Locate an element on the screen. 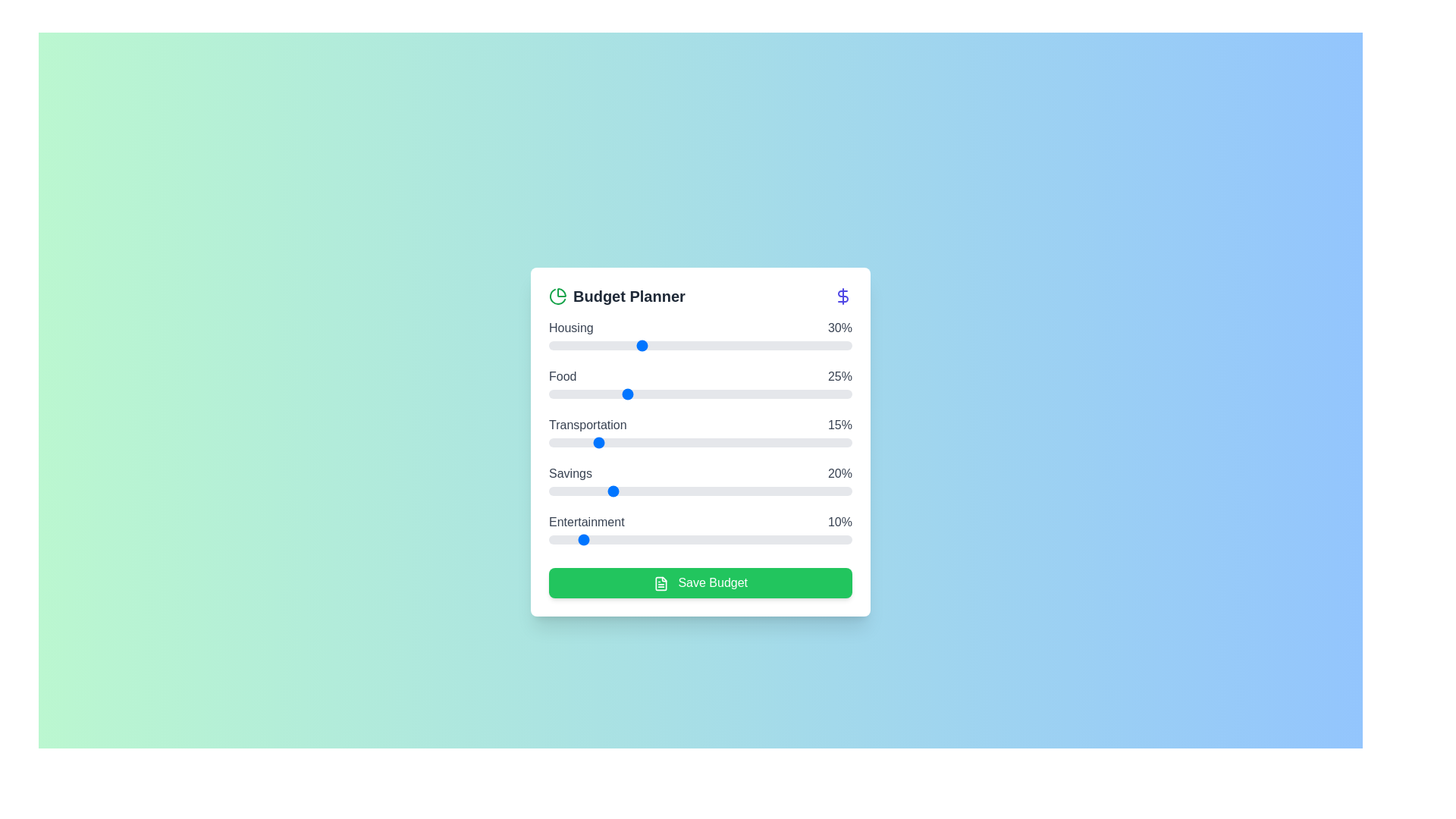  the 'Housing' slider to 35% allocation is located at coordinates (655, 345).